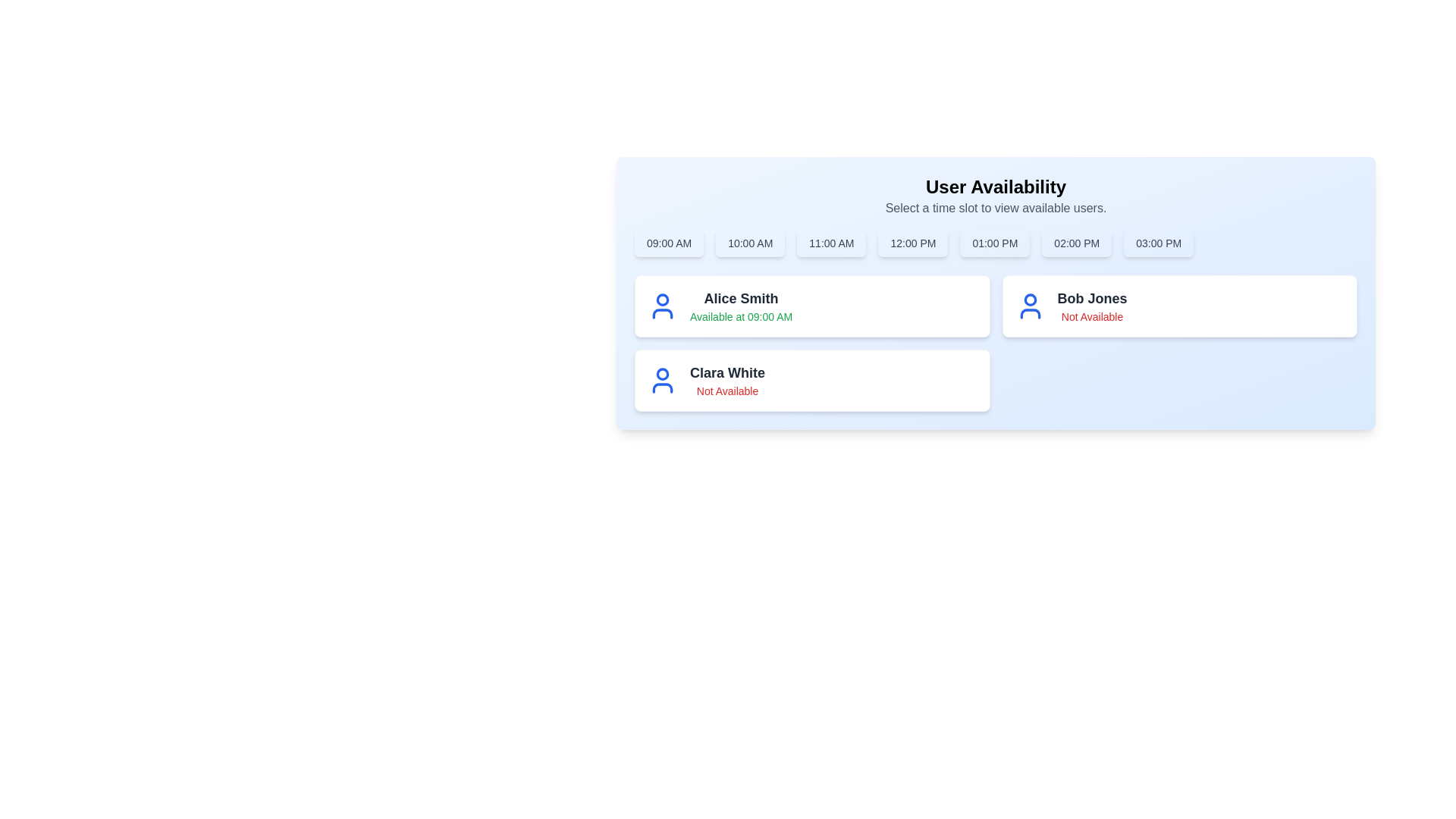 This screenshot has width=1456, height=819. Describe the element at coordinates (1030, 306) in the screenshot. I see `the blue circular user outline icon located in the top-right card section of Bob Jones' availability interface` at that location.